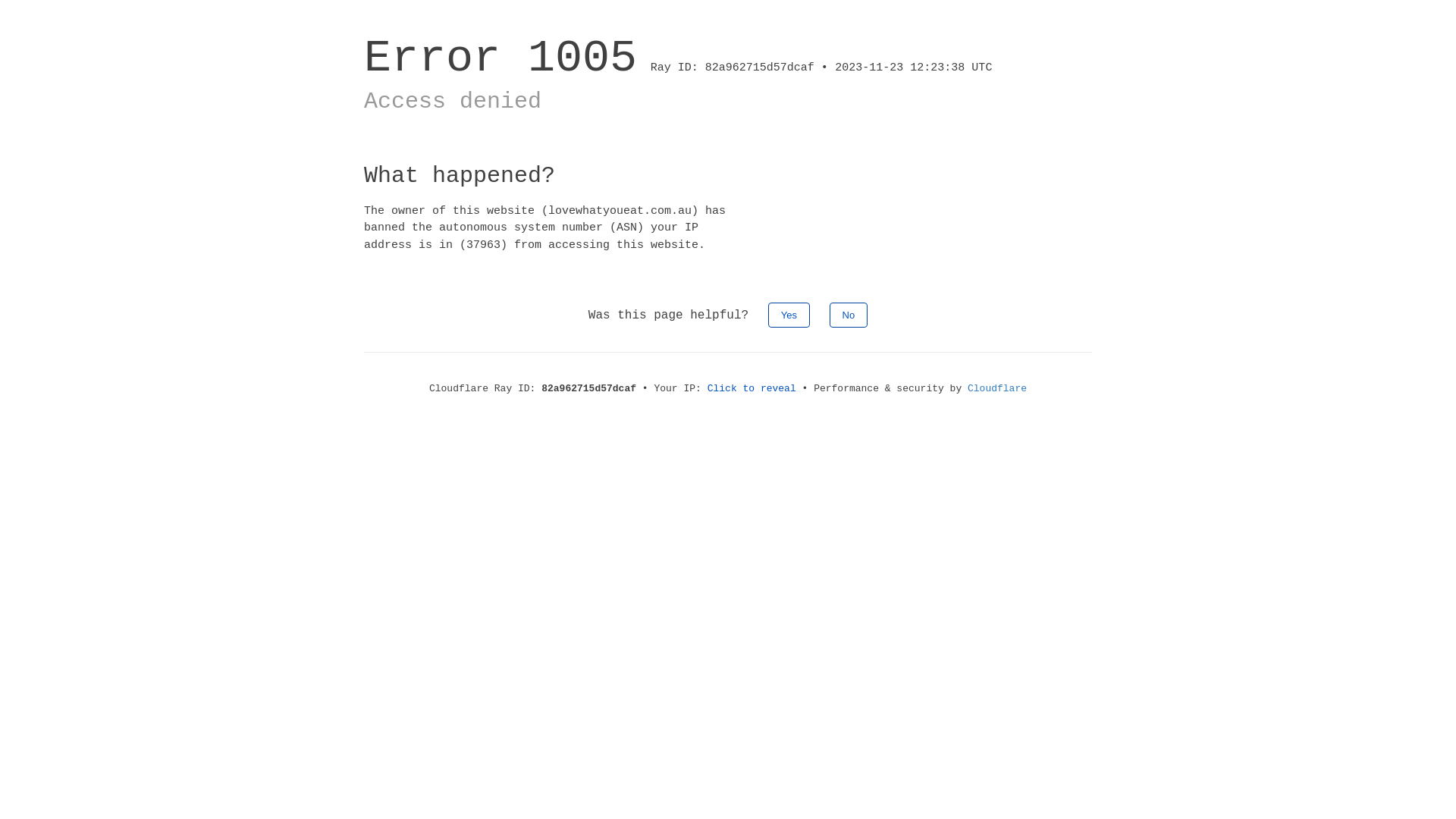 The image size is (1456, 819). Describe the element at coordinates (706, 388) in the screenshot. I see `'Click to reveal'` at that location.